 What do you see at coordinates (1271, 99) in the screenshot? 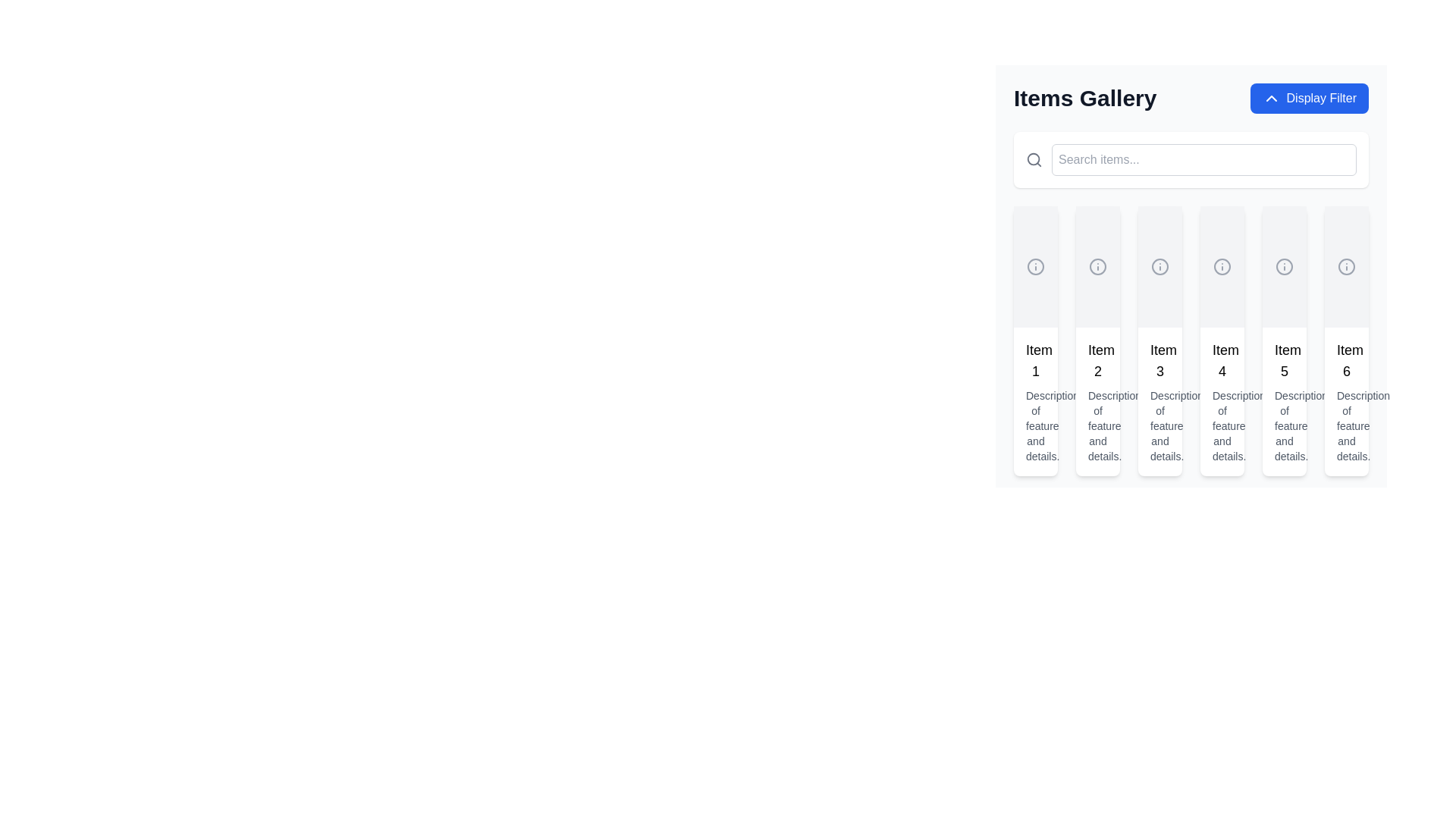
I see `the upward chevron icon inside the 'Display Filter' button in the top right corner of the 'Items Gallery' interface` at bounding box center [1271, 99].